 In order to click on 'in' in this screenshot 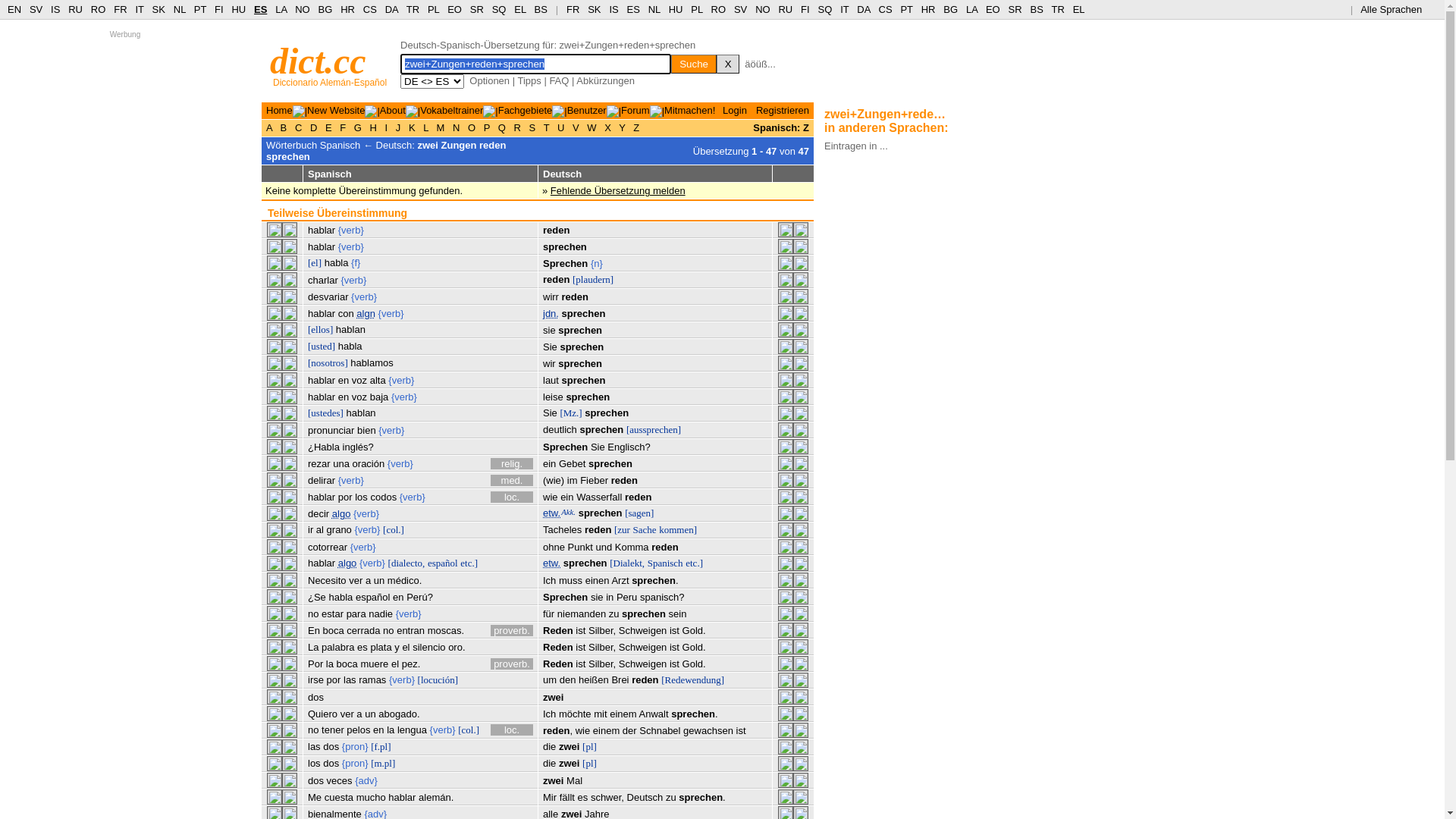, I will do `click(604, 596)`.